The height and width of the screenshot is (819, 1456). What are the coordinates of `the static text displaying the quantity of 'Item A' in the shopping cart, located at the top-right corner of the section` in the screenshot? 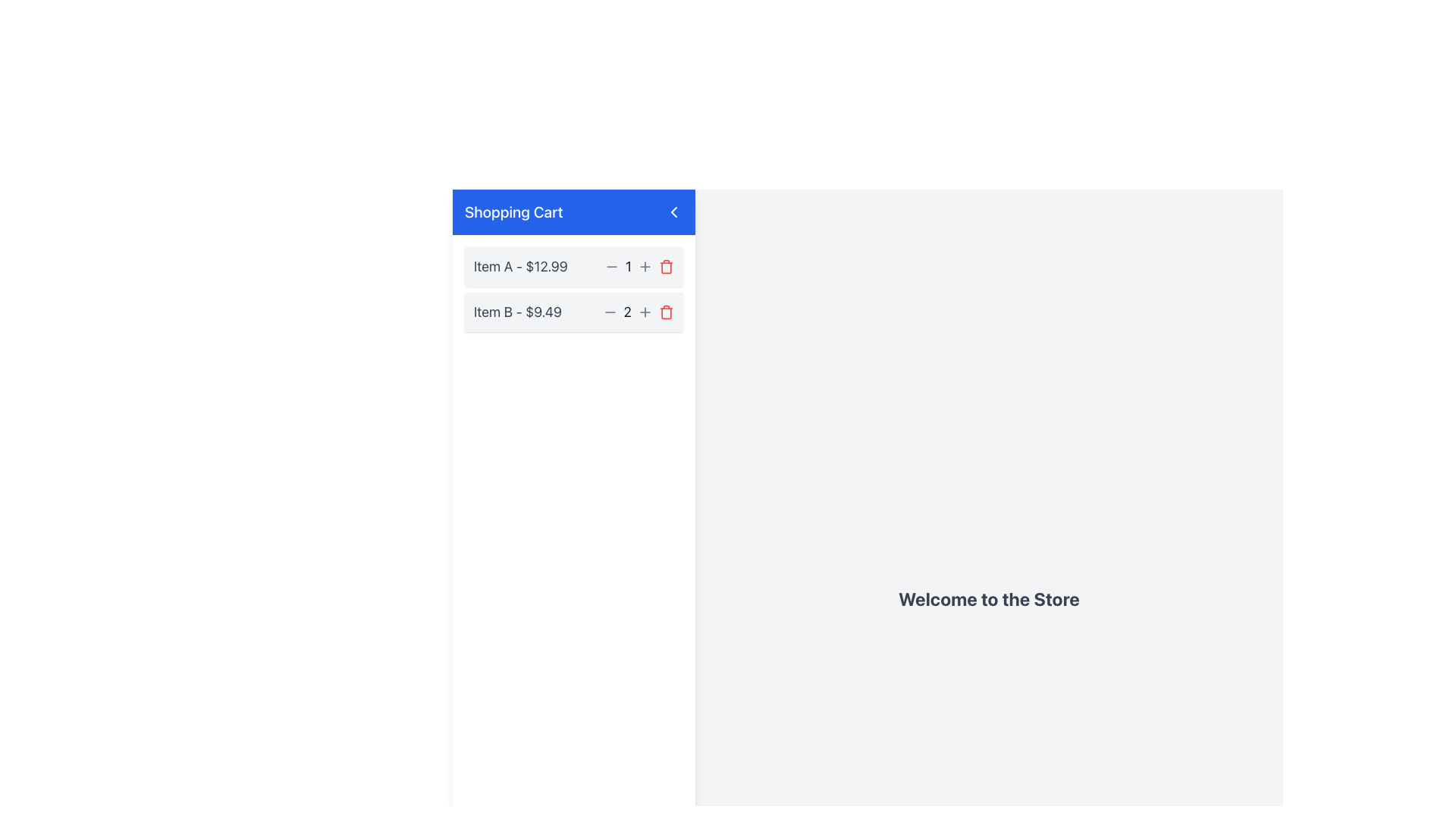 It's located at (629, 265).